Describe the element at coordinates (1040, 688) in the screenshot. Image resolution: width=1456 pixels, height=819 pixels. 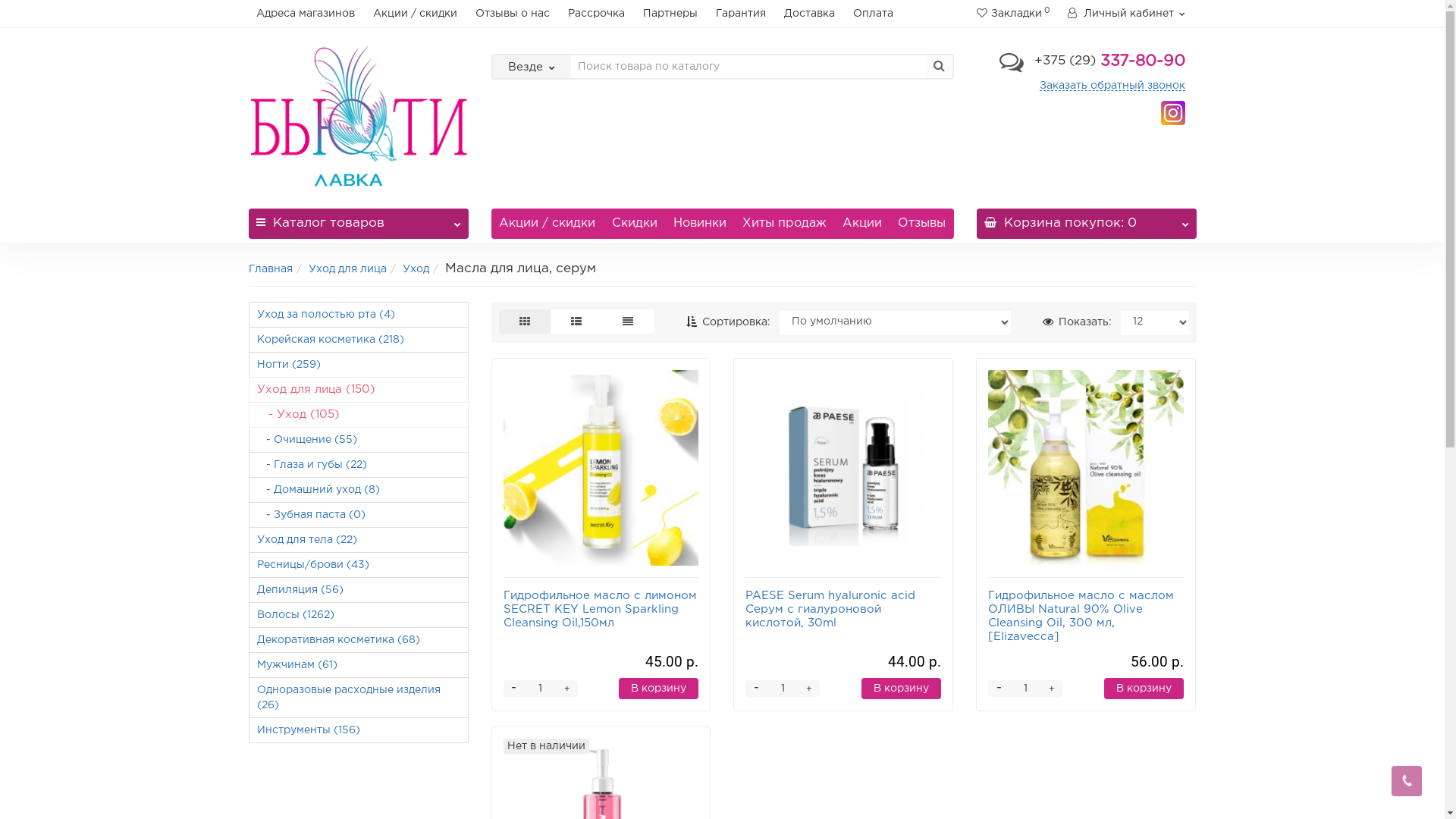
I see `'+'` at that location.